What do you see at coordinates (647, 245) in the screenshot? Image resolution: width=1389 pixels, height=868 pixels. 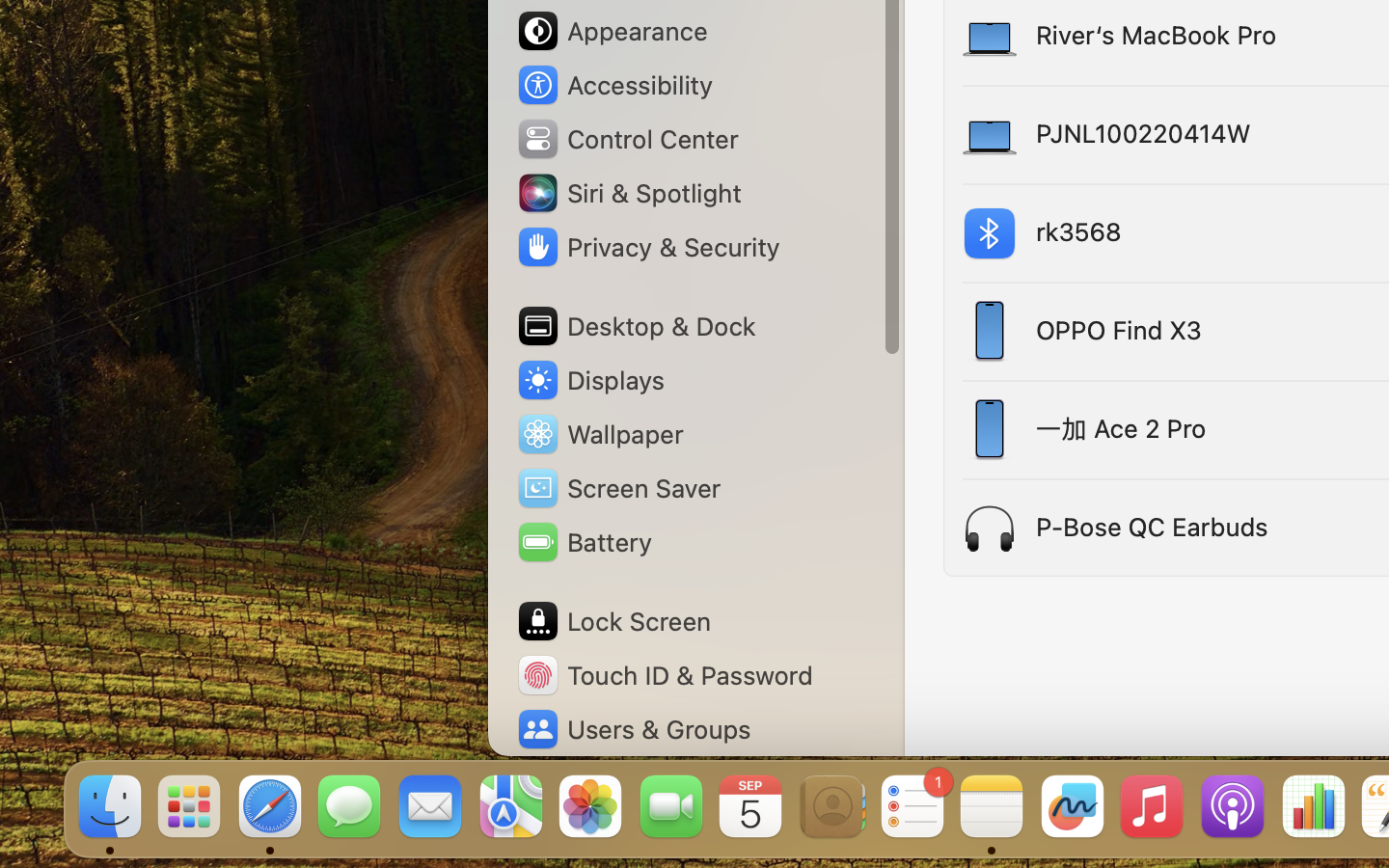 I see `'Privacy & Security'` at bounding box center [647, 245].